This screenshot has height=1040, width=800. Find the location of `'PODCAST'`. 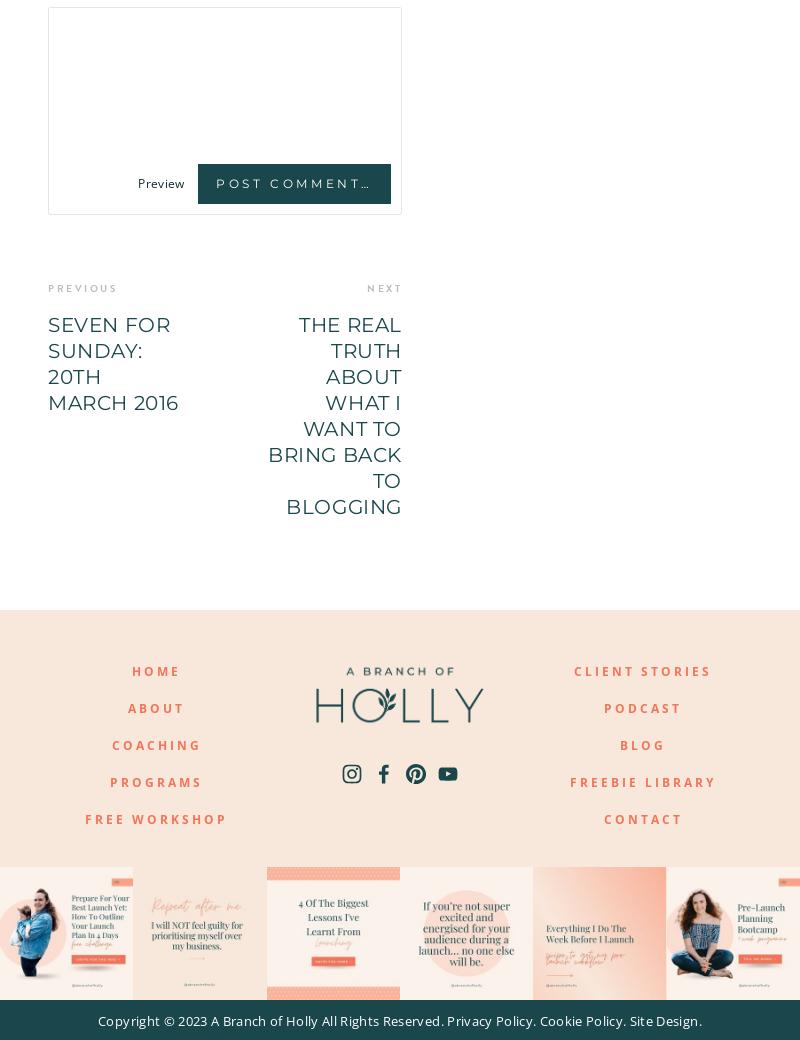

'PODCAST' is located at coordinates (641, 708).